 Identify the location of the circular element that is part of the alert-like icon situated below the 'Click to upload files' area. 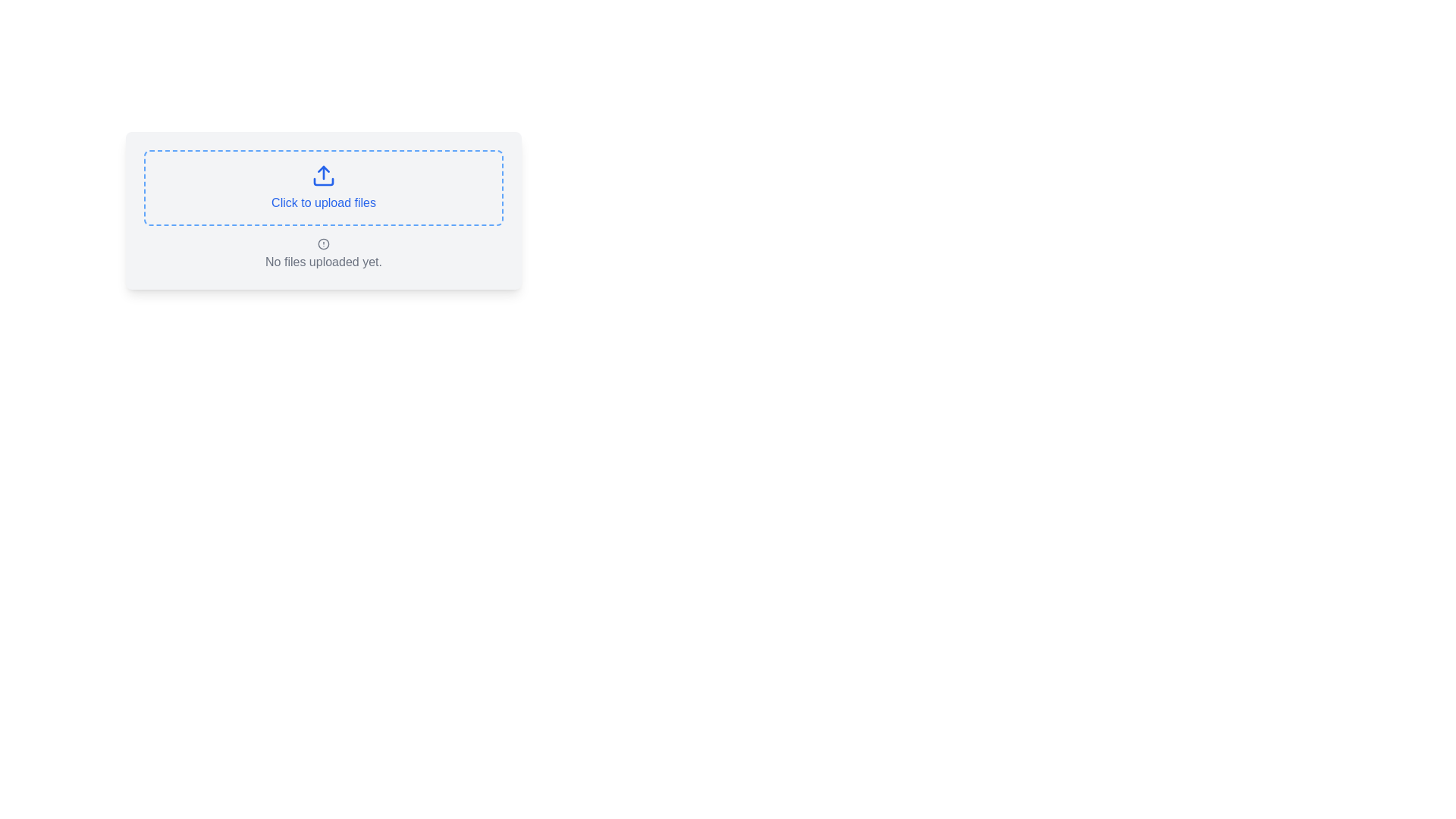
(323, 243).